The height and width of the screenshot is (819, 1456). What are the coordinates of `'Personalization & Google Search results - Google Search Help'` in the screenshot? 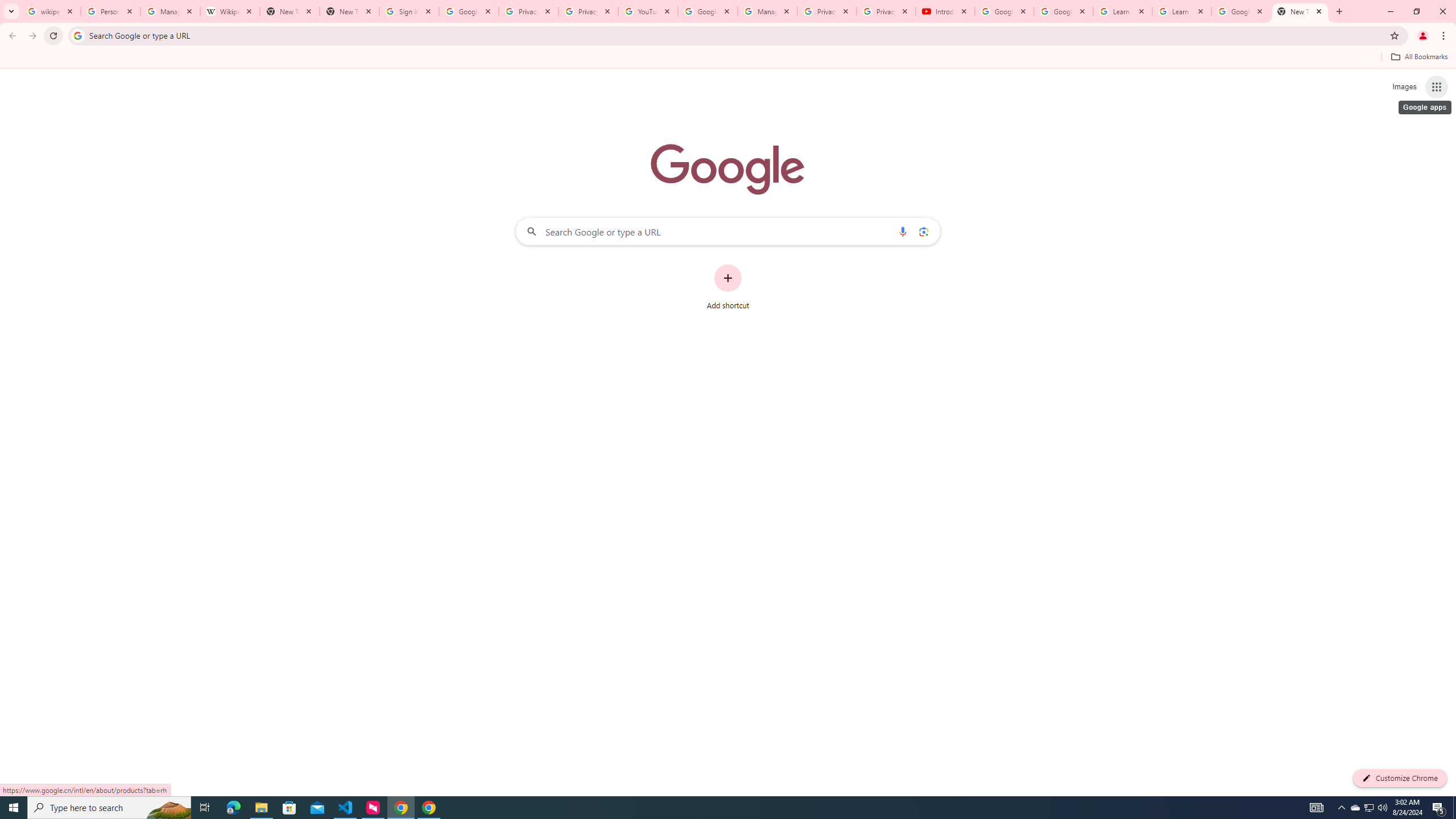 It's located at (110, 11).